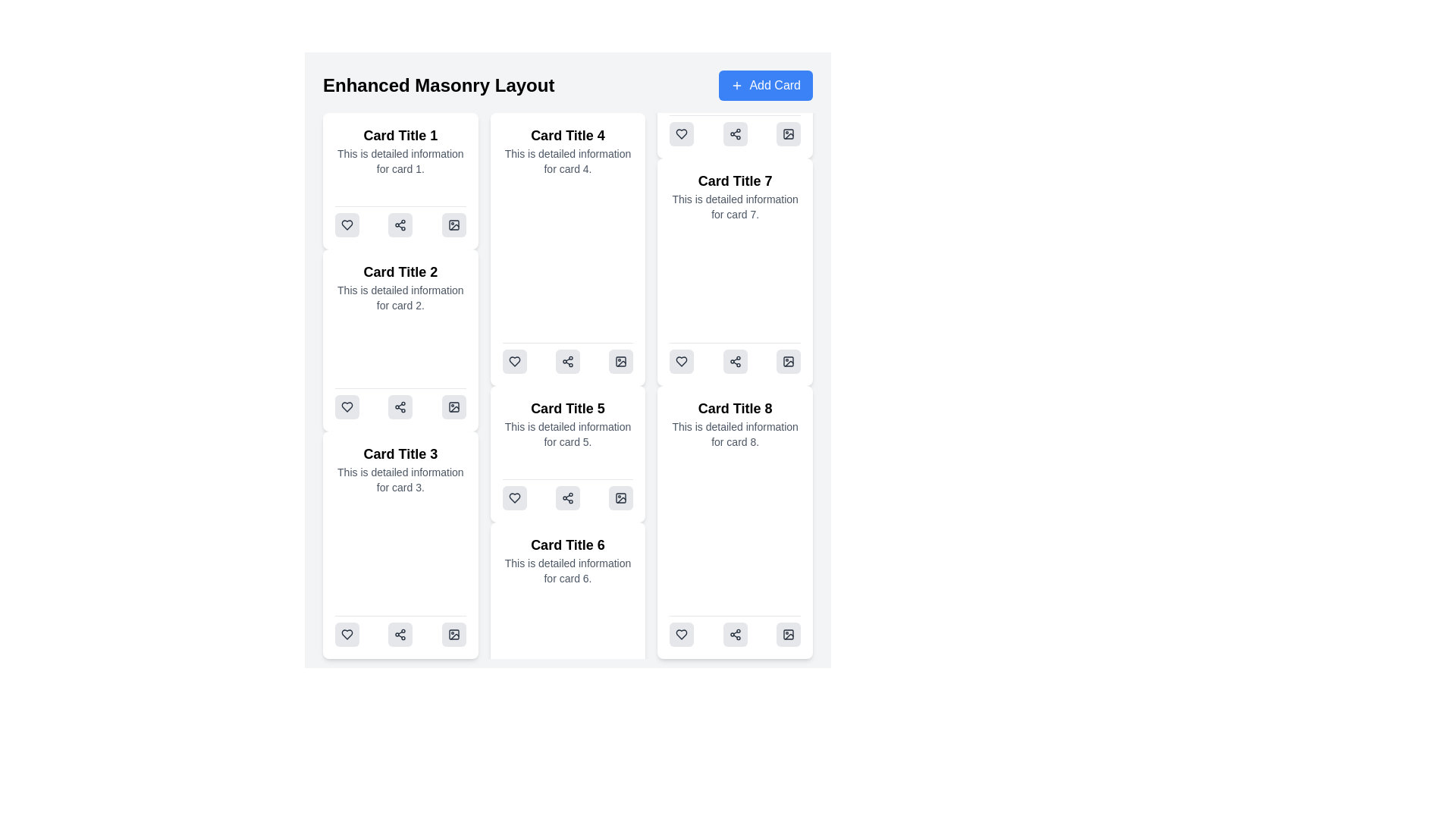  Describe the element at coordinates (566, 408) in the screenshot. I see `the text element displaying 'Card Title 5', which is the title of the second card in the second column of a masonry grid layout` at that location.